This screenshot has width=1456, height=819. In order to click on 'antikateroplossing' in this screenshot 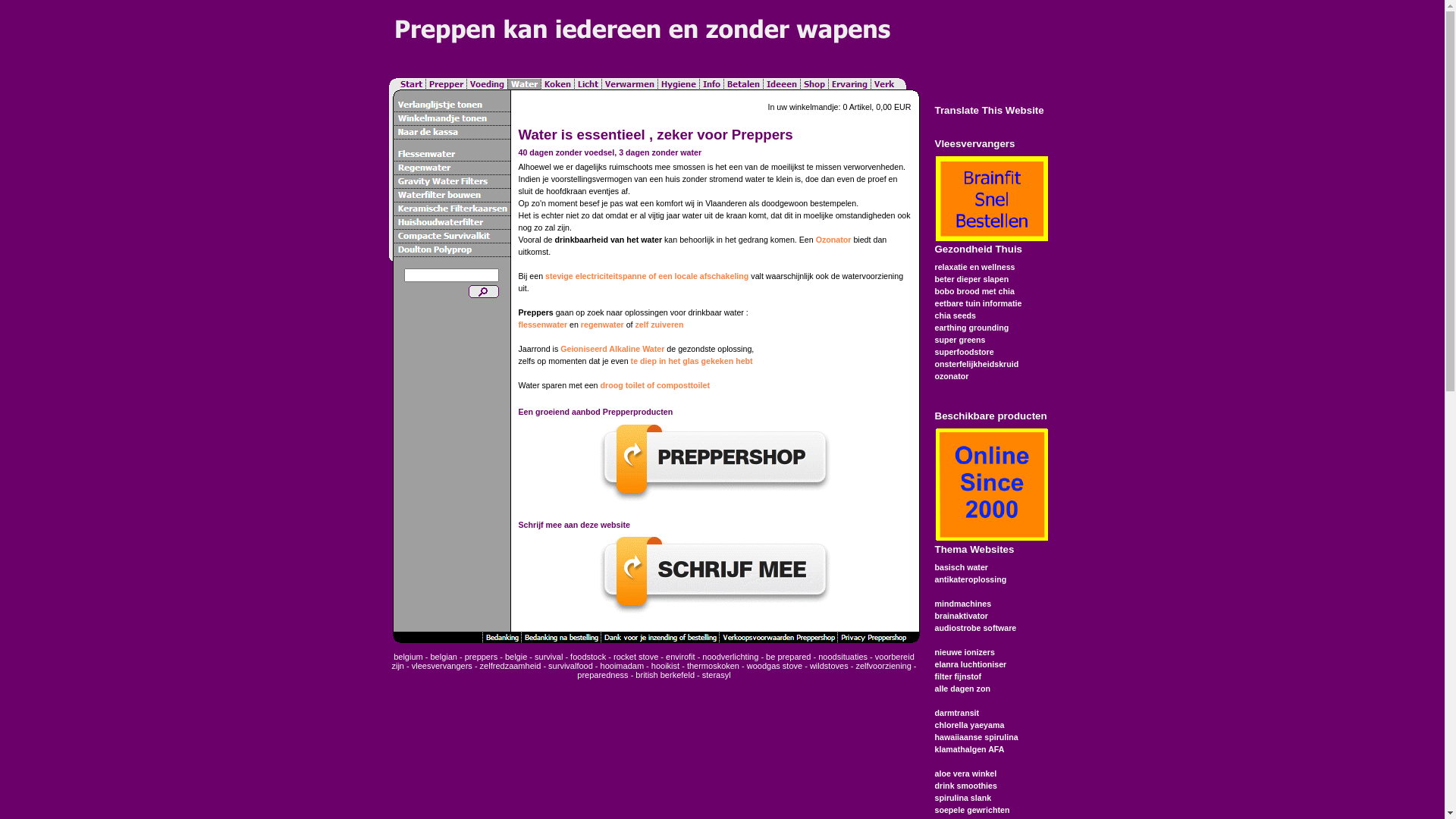, I will do `click(969, 579)`.